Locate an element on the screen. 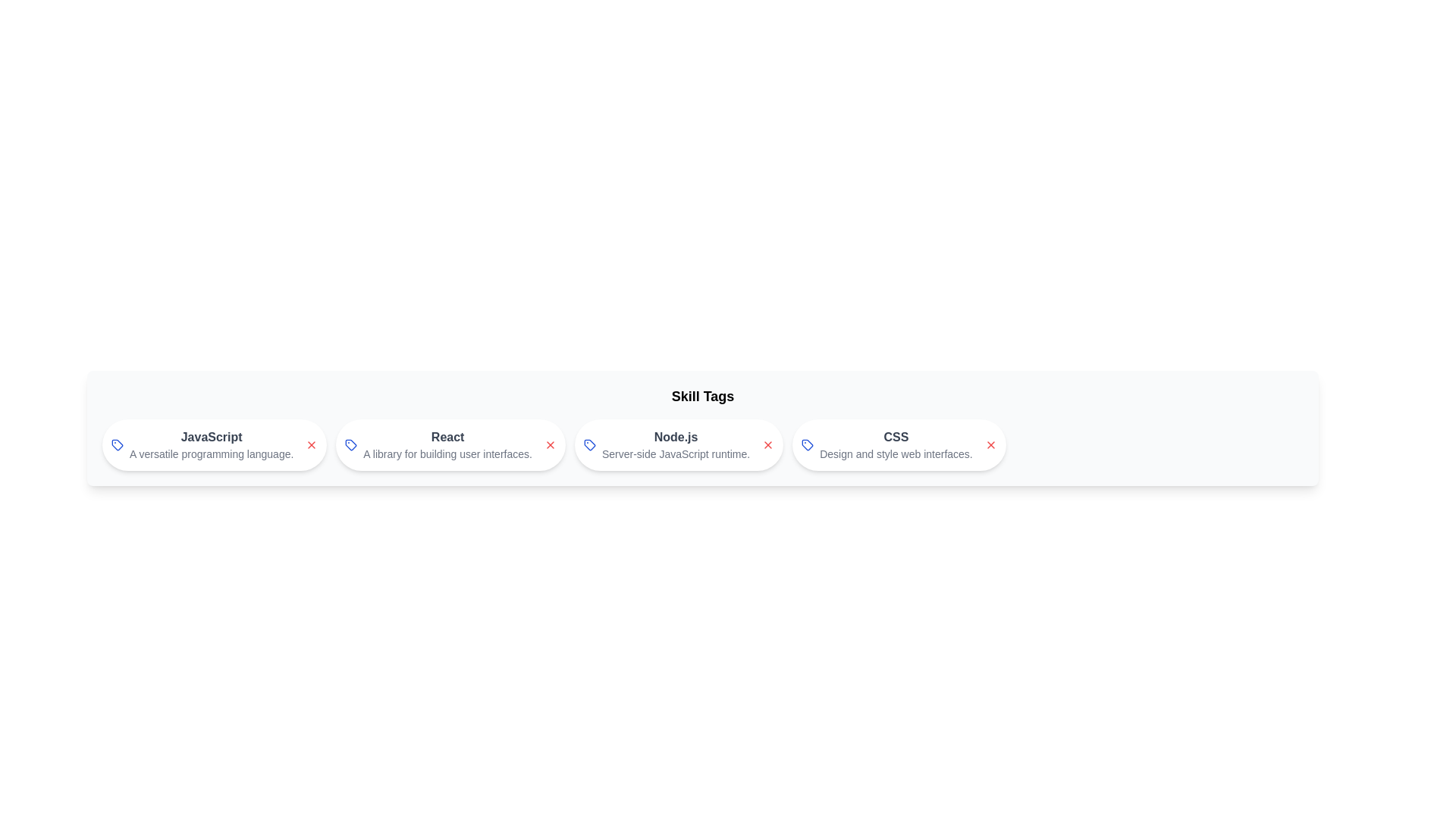  the tag icon to inspect its visual representation is located at coordinates (116, 444).